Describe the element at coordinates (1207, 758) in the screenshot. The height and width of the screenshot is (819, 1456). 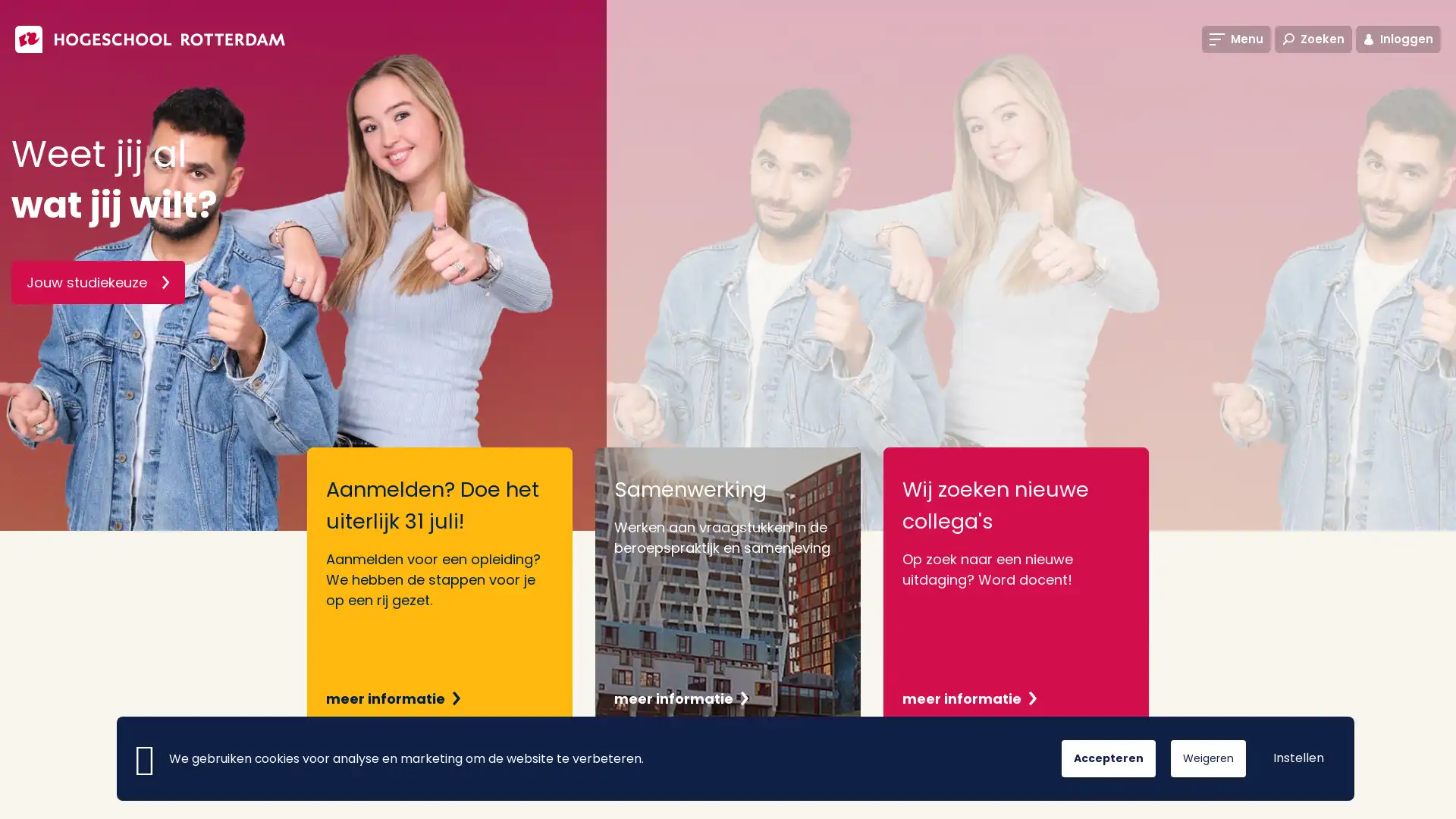
I see `Weigeren` at that location.